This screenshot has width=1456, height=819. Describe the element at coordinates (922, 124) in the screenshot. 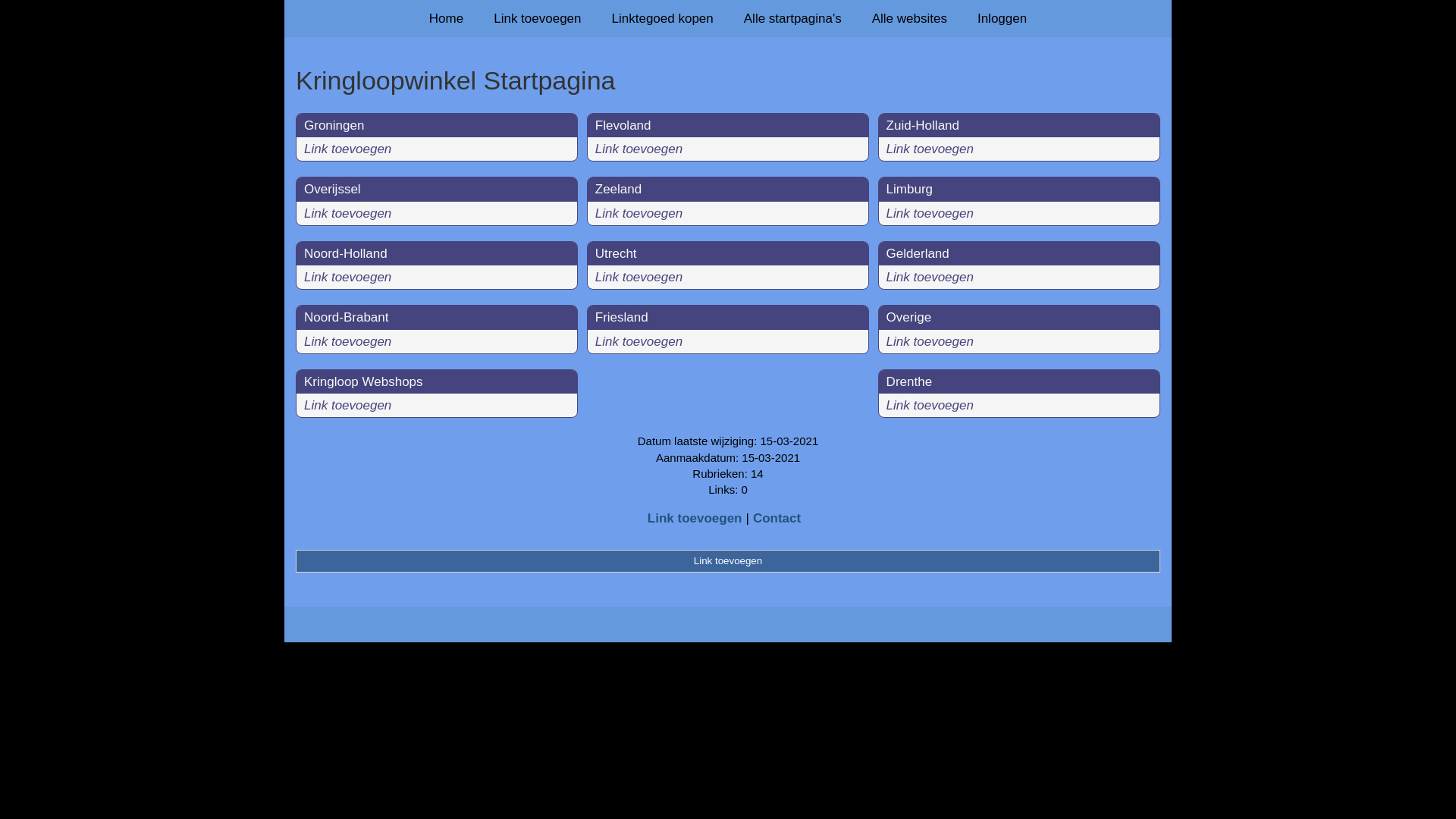

I see `'Zuid-Holland'` at that location.